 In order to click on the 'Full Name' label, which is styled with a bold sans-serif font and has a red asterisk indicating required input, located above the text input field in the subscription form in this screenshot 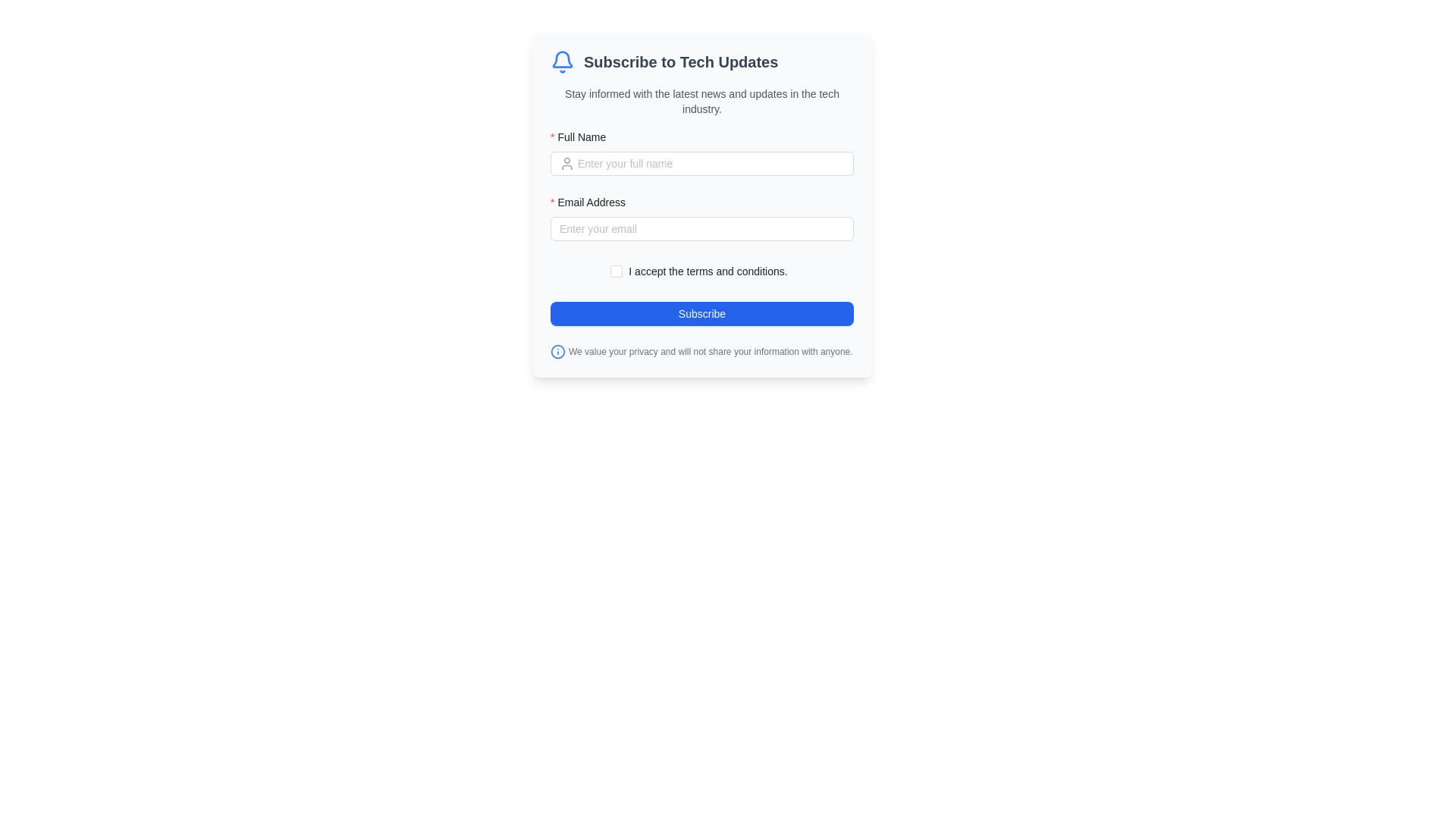, I will do `click(701, 140)`.